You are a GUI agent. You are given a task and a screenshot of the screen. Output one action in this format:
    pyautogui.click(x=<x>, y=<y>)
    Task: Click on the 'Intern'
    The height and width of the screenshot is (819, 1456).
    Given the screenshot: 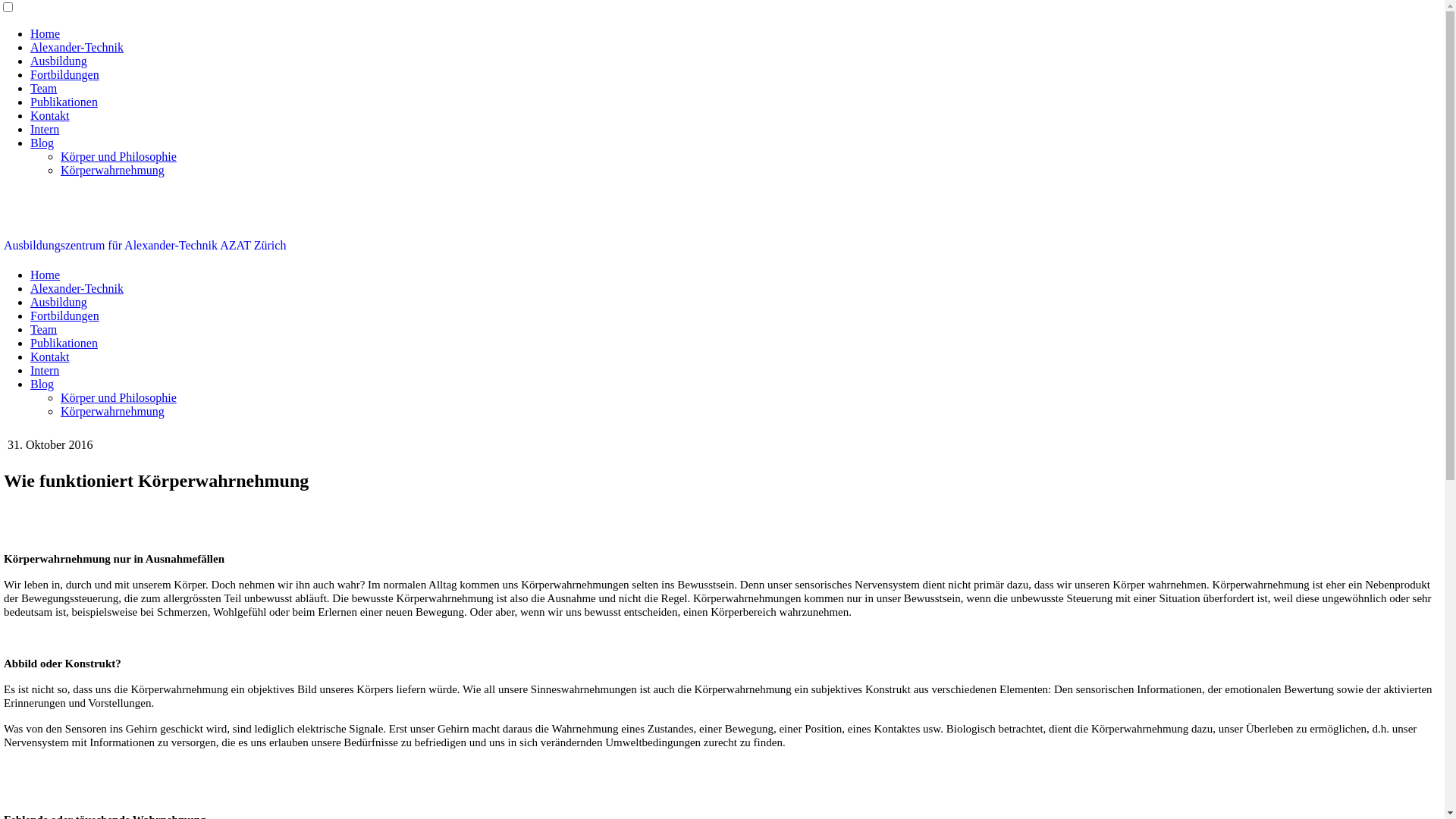 What is the action you would take?
    pyautogui.click(x=44, y=370)
    